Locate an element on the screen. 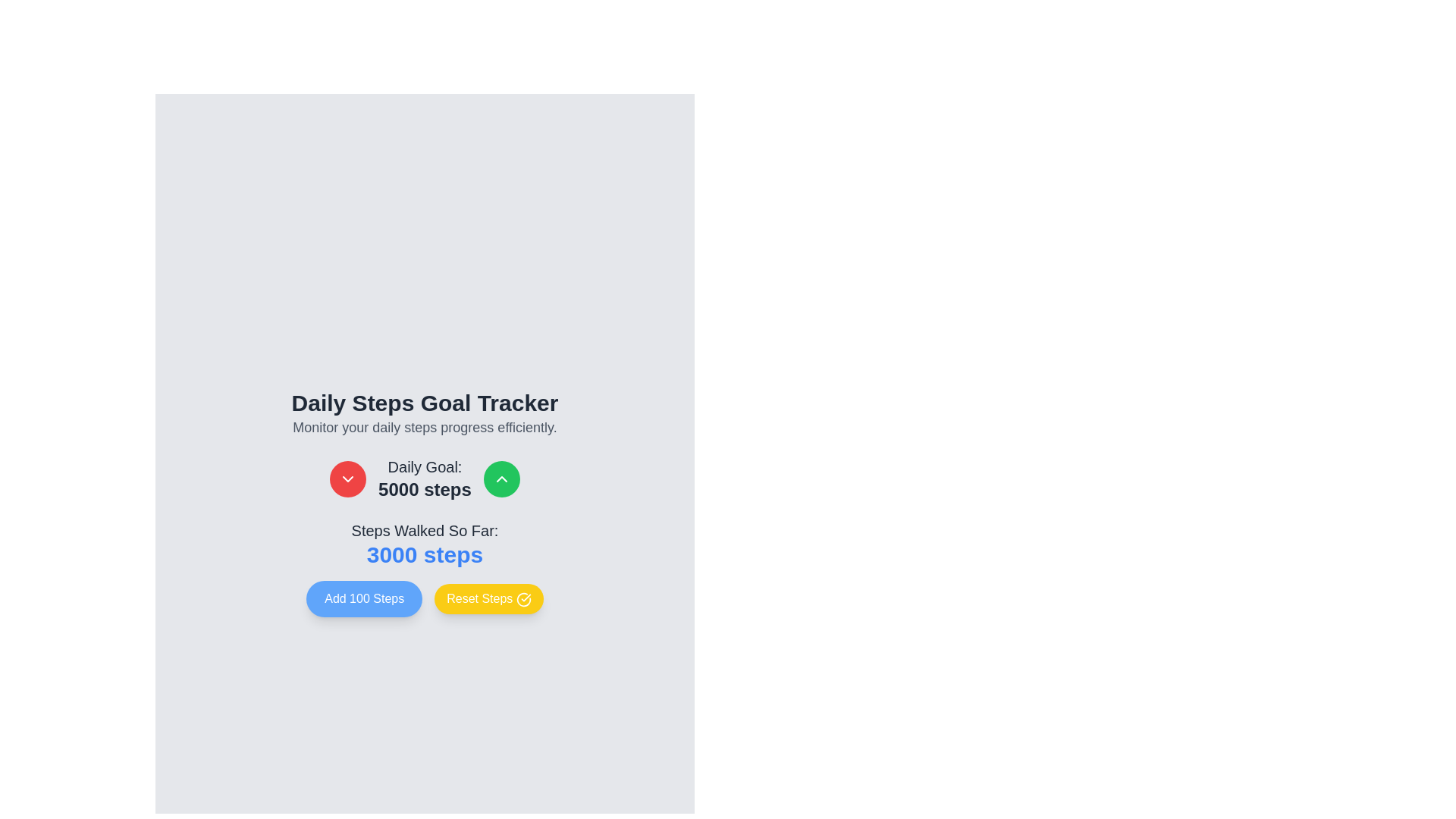  the yellow 'Reset Steps' button with rounded edges, which contains white text and a checkmark icon is located at coordinates (488, 598).